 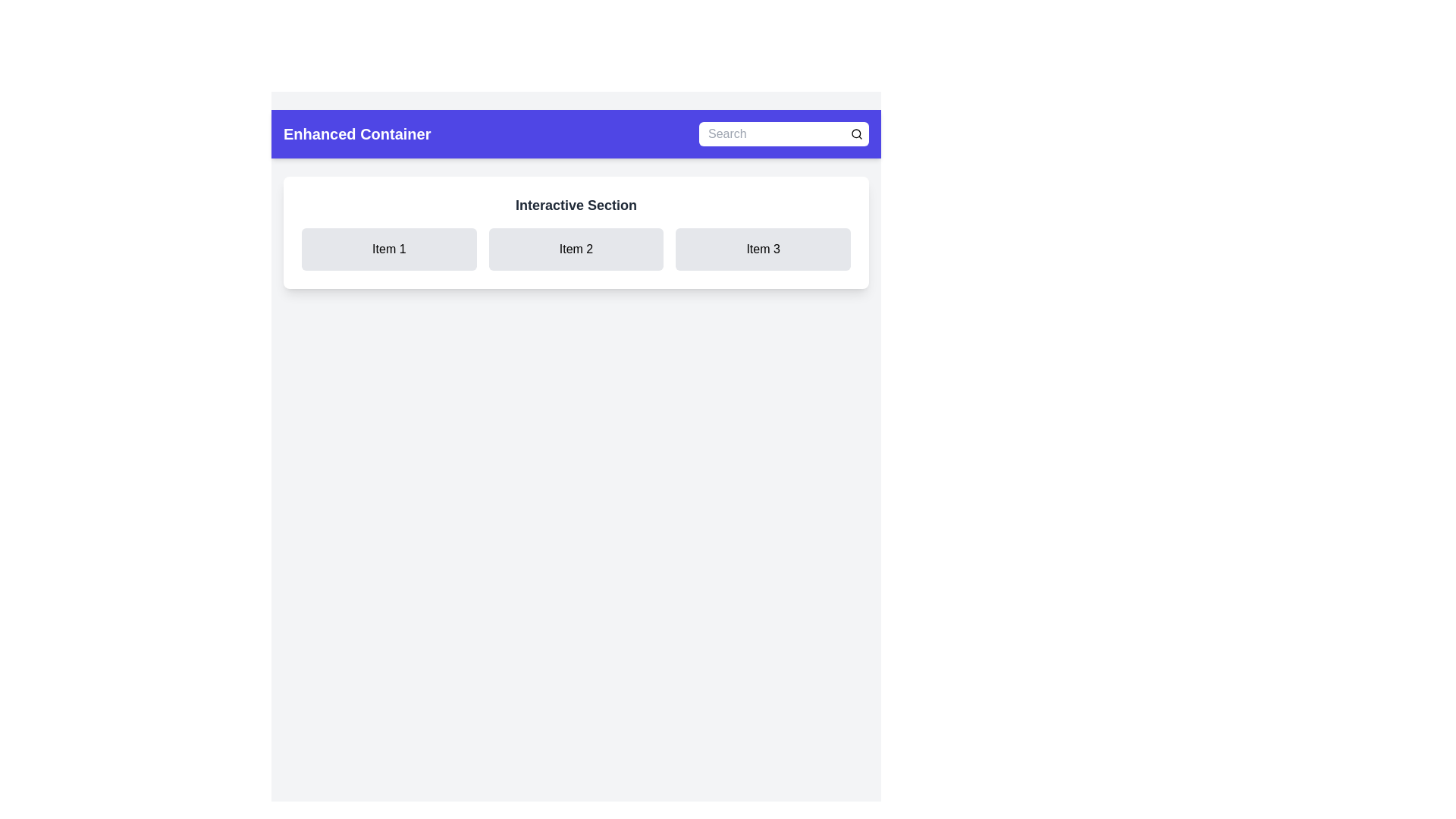 What do you see at coordinates (763, 248) in the screenshot?
I see `the Text label that indicates the identification or name of the related card component in the third card of the Interactive Section` at bounding box center [763, 248].